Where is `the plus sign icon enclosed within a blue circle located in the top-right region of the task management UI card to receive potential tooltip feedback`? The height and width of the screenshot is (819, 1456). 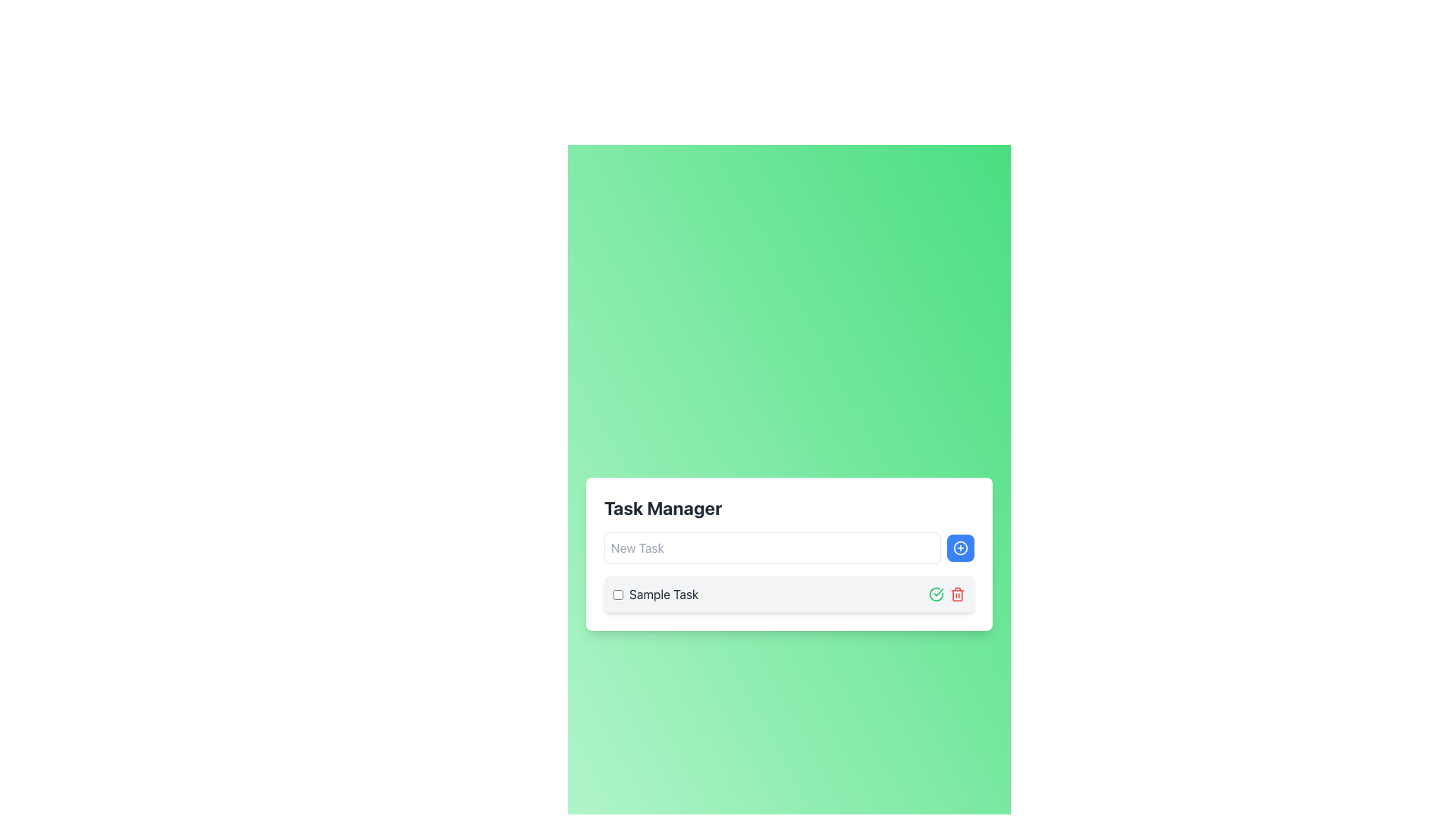
the plus sign icon enclosed within a blue circle located in the top-right region of the task management UI card to receive potential tooltip feedback is located at coordinates (960, 548).